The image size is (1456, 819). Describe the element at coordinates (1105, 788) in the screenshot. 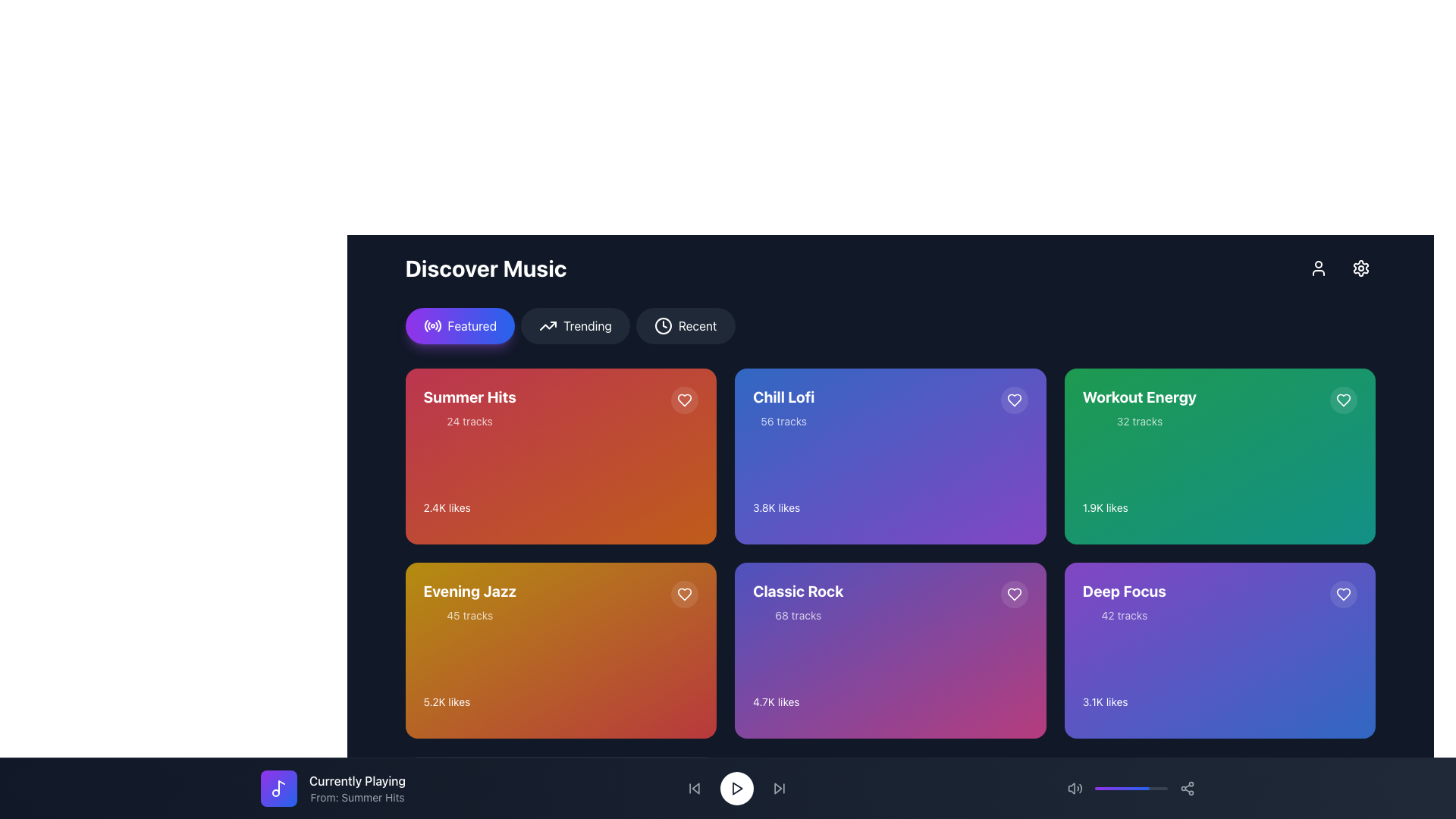

I see `volume level` at that location.